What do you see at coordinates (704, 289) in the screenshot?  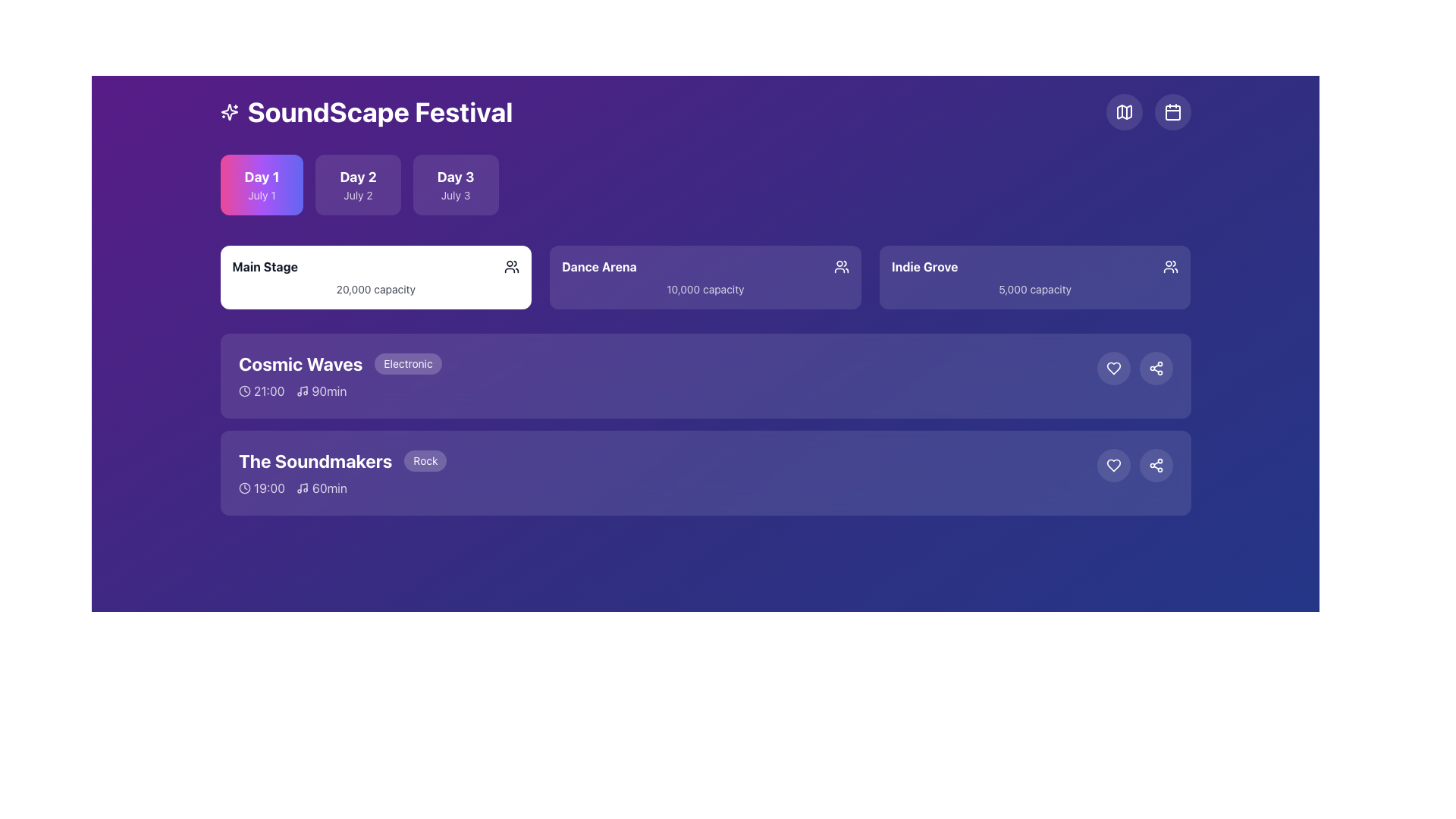 I see `the informational text label indicating the audience capacity for the 'Dance Arena' section, which is located at the center of the 'Dance Arena' card, directly below the title text` at bounding box center [704, 289].